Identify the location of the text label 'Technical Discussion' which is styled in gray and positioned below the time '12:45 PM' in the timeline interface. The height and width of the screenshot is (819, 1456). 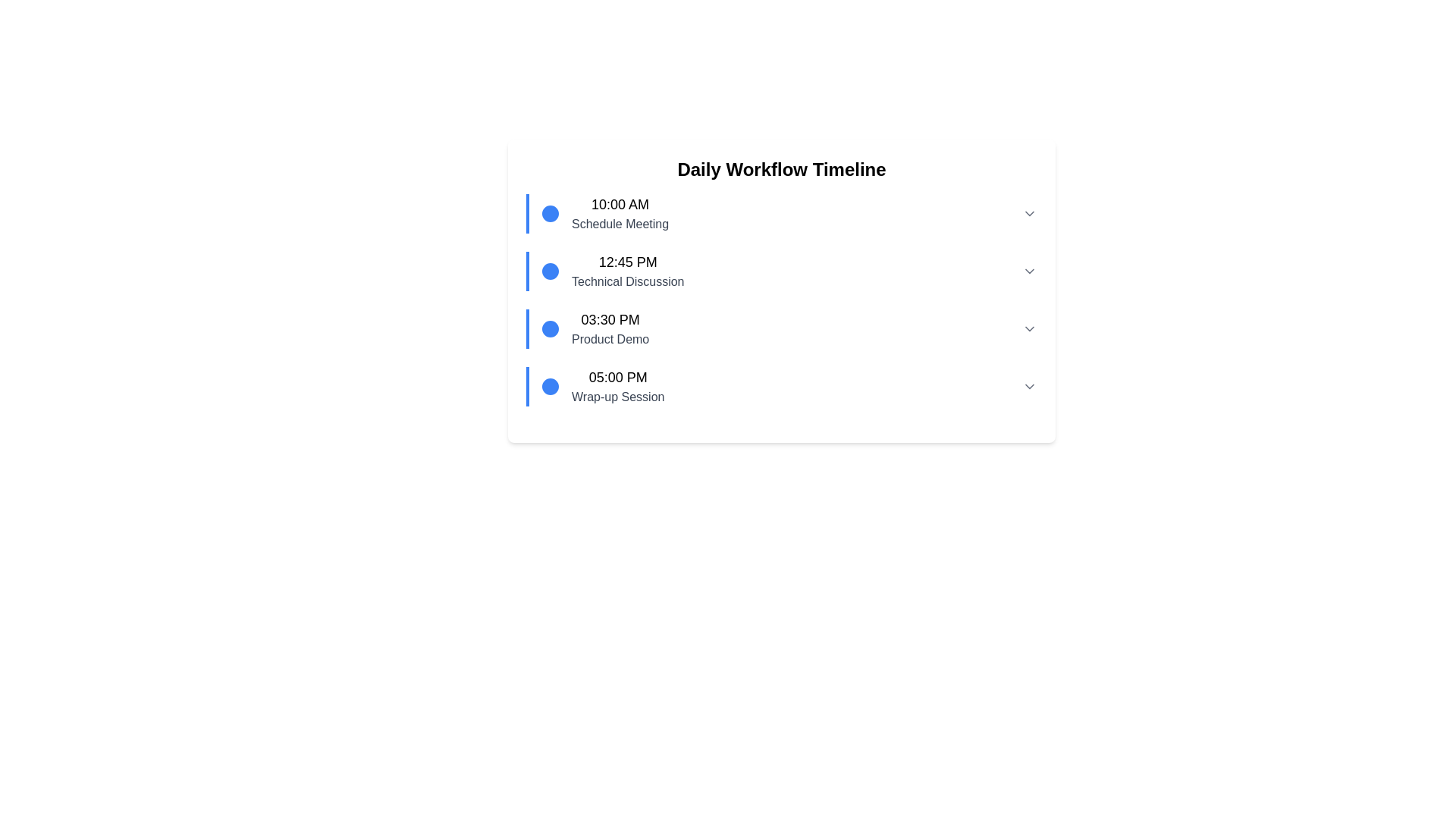
(628, 281).